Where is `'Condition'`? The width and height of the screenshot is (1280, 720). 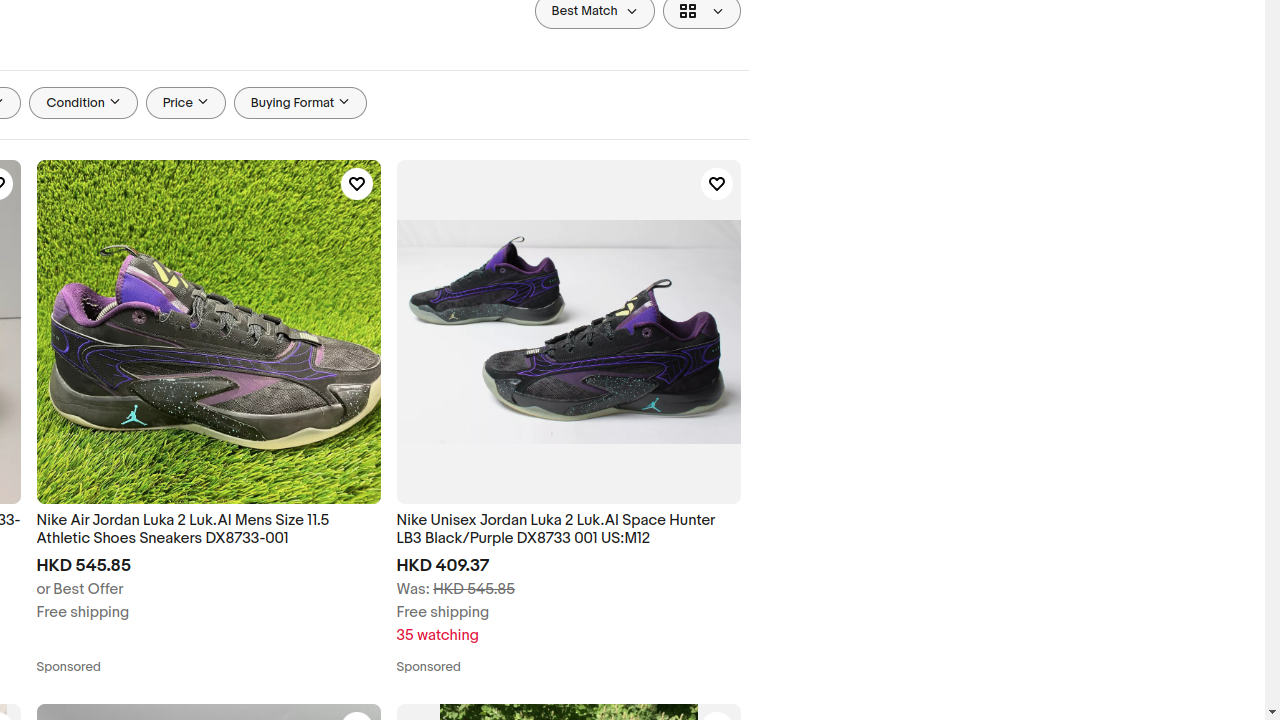 'Condition' is located at coordinates (82, 103).